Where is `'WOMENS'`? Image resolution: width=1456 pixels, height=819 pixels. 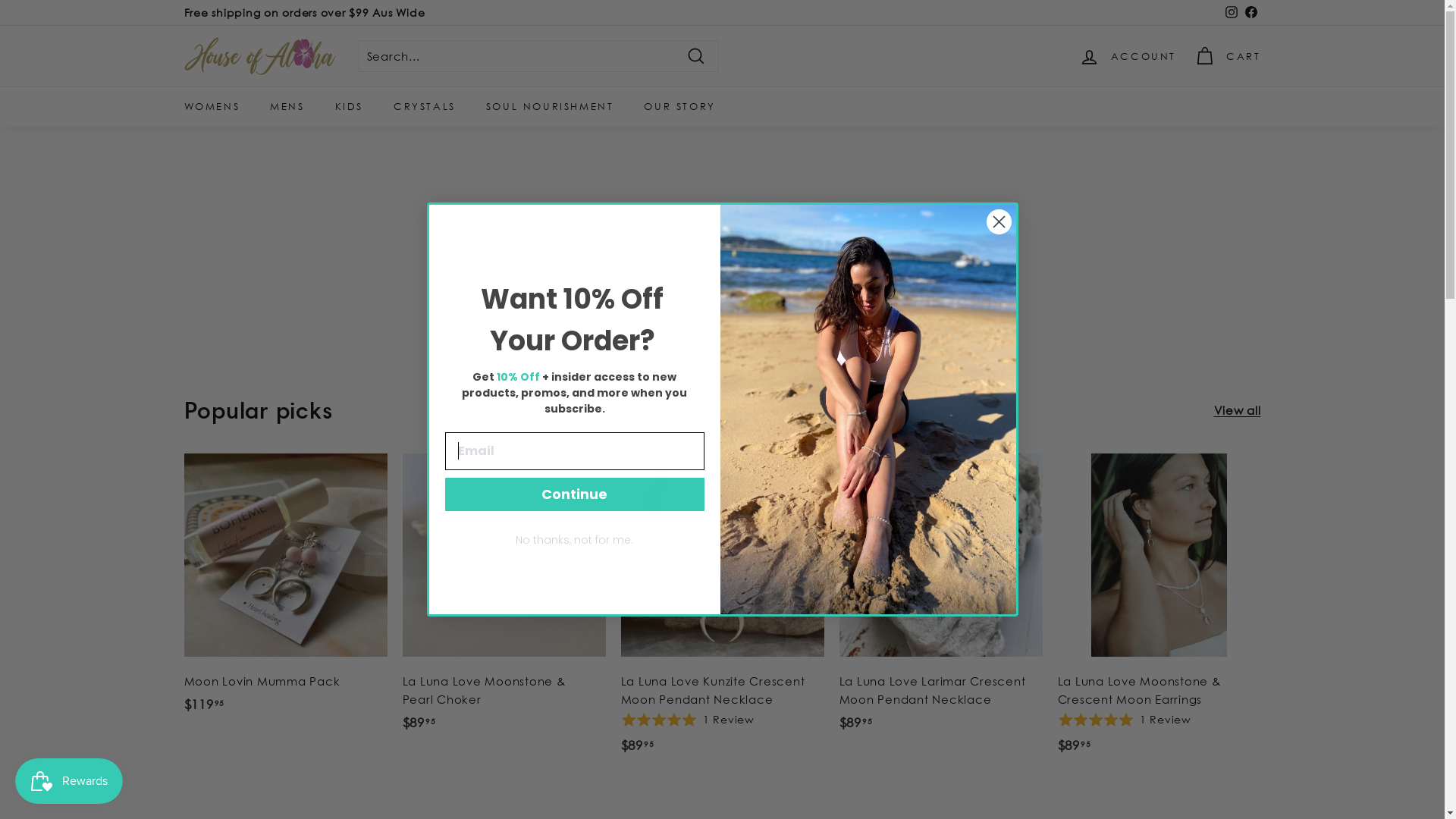 'WOMENS' is located at coordinates (210, 105).